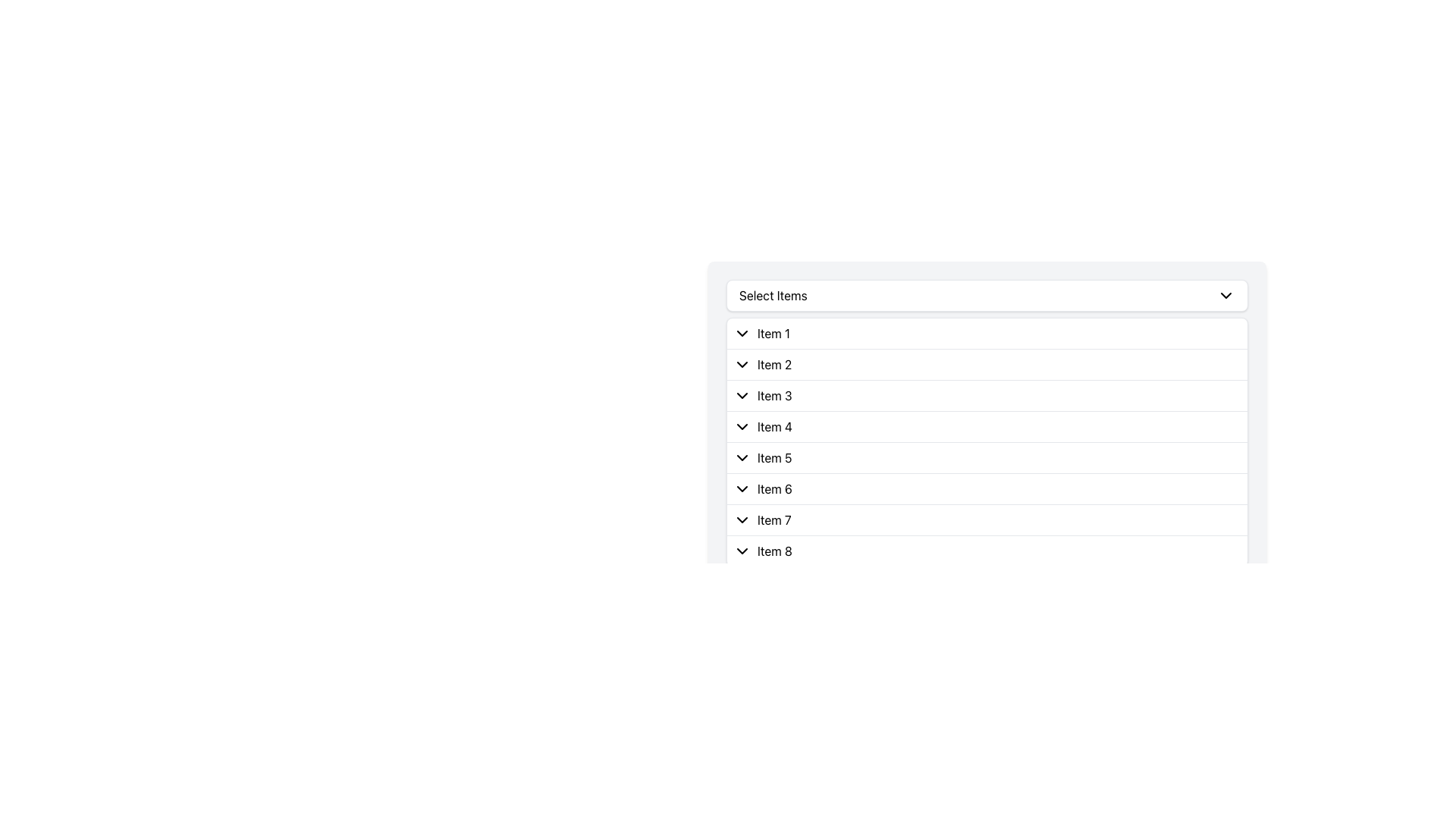 This screenshot has width=1456, height=819. I want to click on the text label 'Item 4' in the dropdown list, so click(775, 427).